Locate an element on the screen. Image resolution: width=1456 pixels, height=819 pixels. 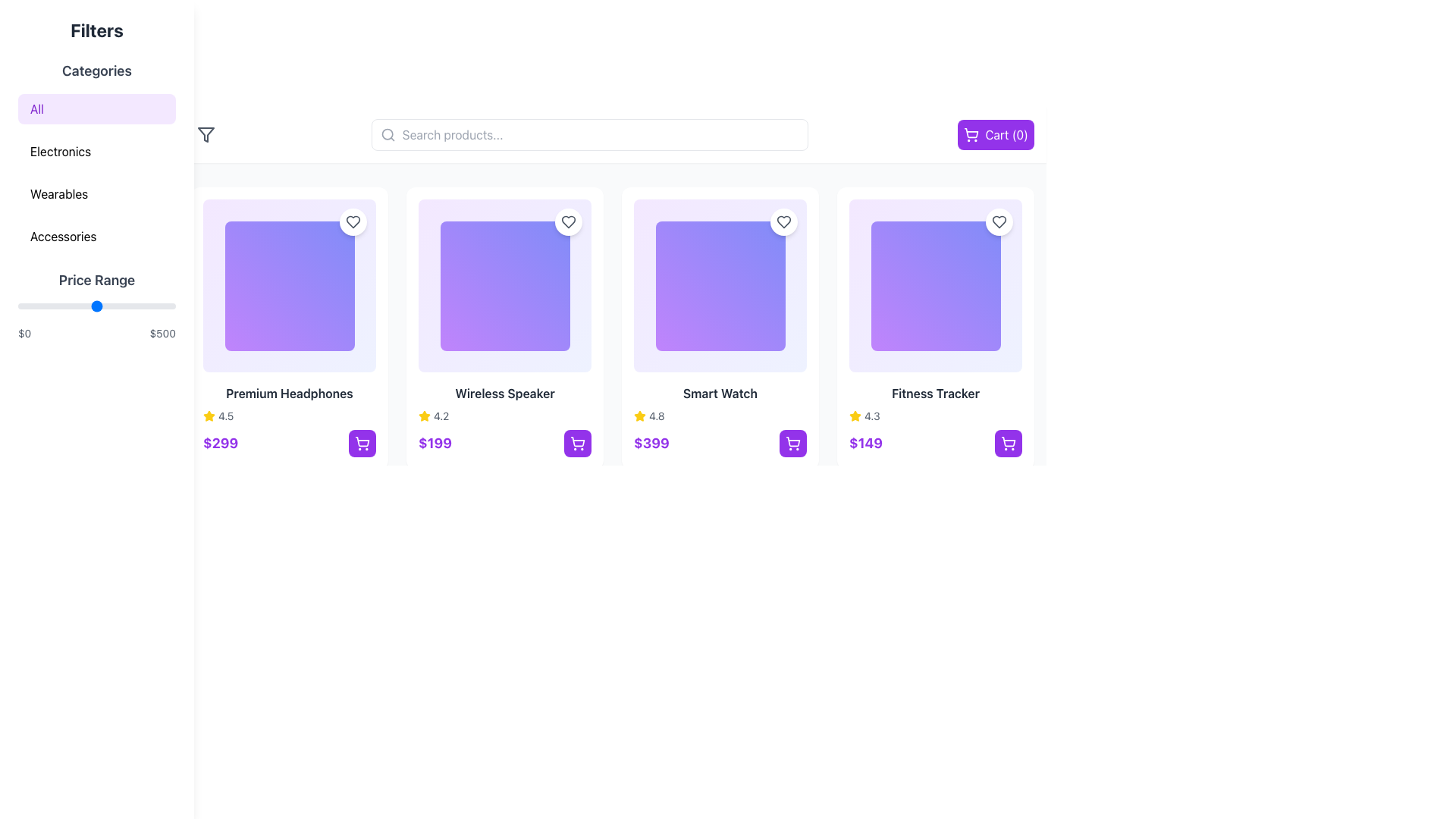
the Rating display component of the 'Wireless Speaker' product is located at coordinates (505, 416).